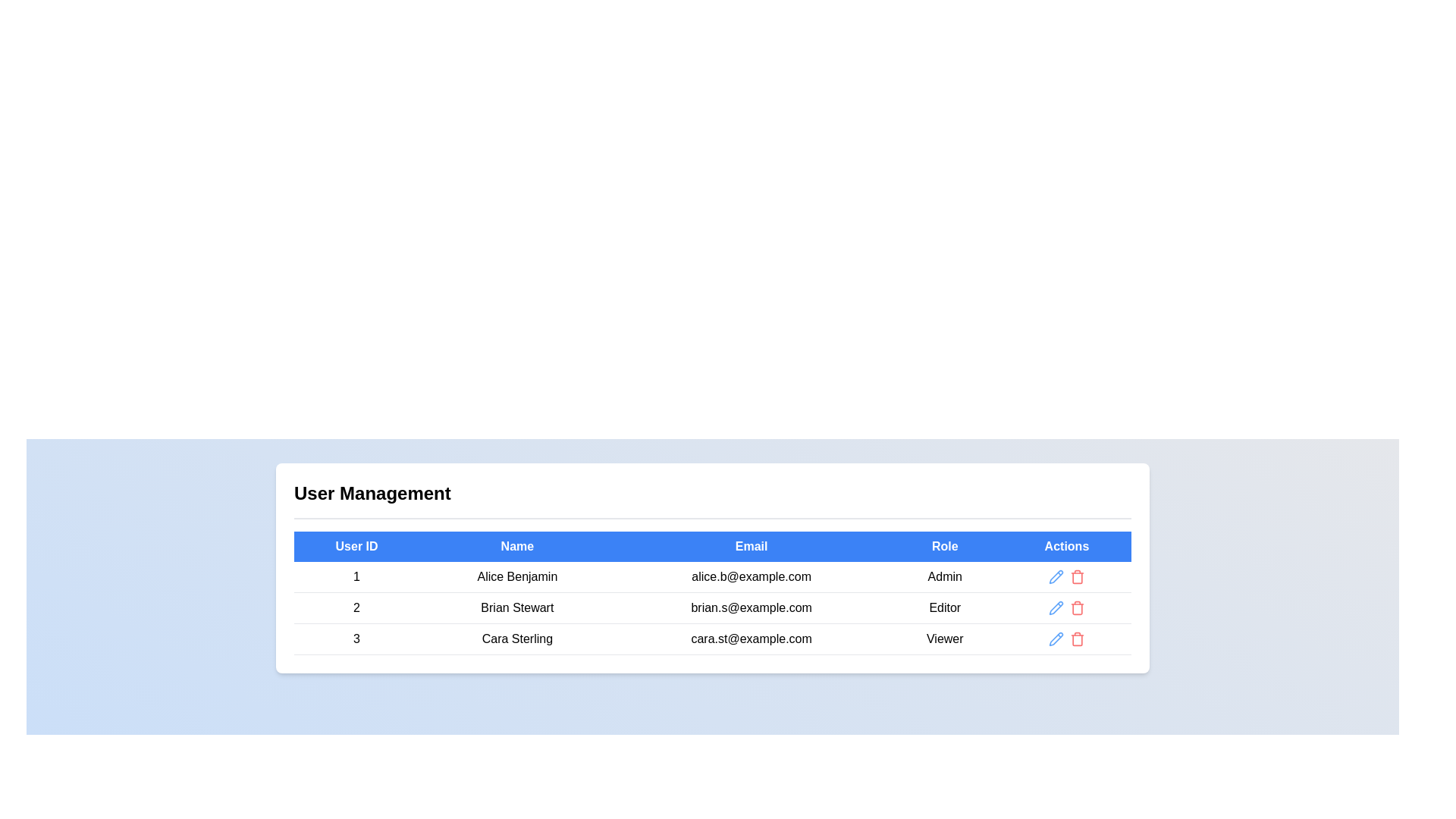 This screenshot has width=1456, height=819. I want to click on the edit icon button in the 'Actions' column for user 'Cara Sterling', so click(1055, 639).